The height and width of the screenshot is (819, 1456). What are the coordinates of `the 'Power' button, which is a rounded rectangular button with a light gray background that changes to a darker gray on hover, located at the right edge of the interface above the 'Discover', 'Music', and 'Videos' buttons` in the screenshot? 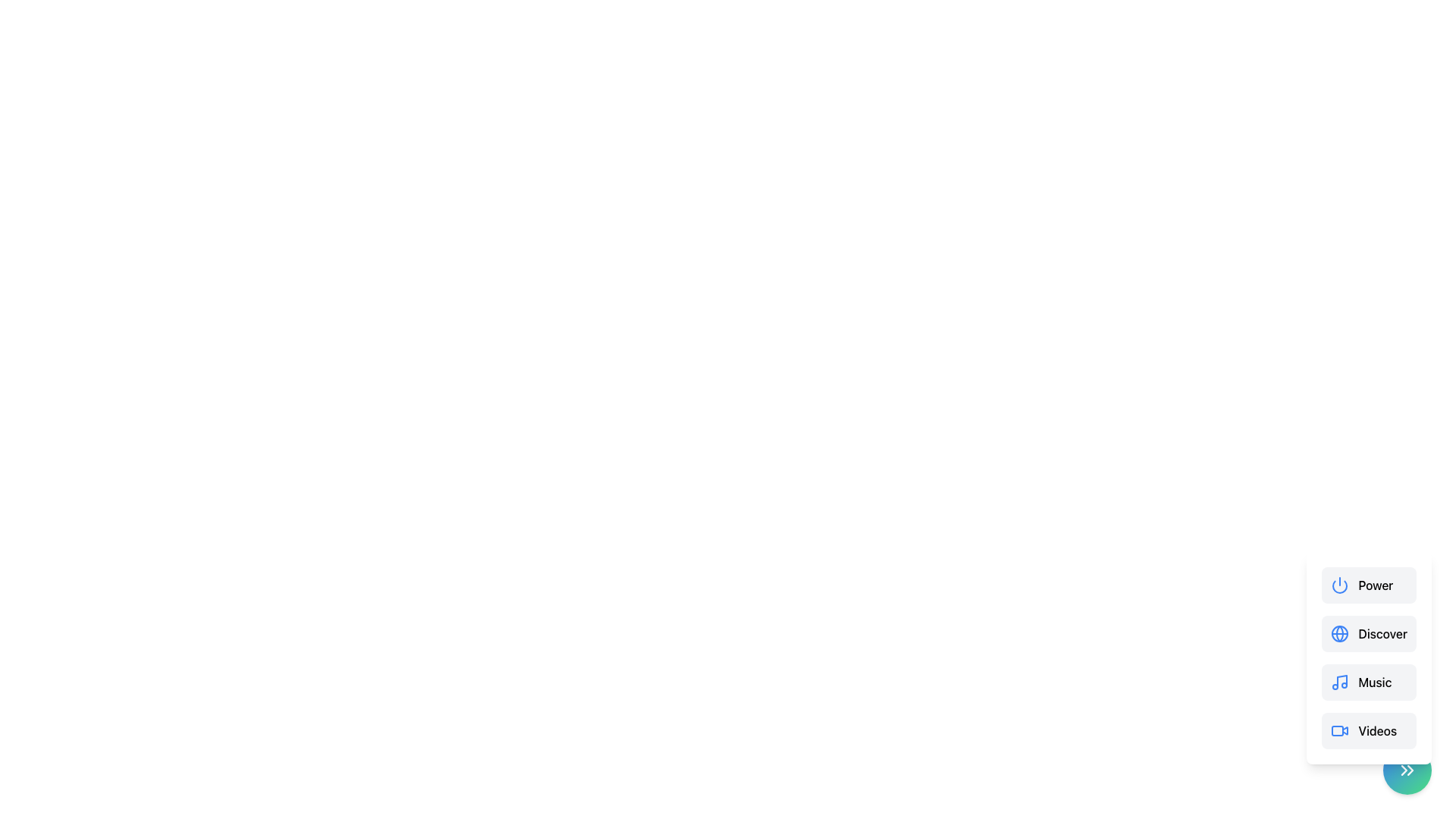 It's located at (1369, 584).